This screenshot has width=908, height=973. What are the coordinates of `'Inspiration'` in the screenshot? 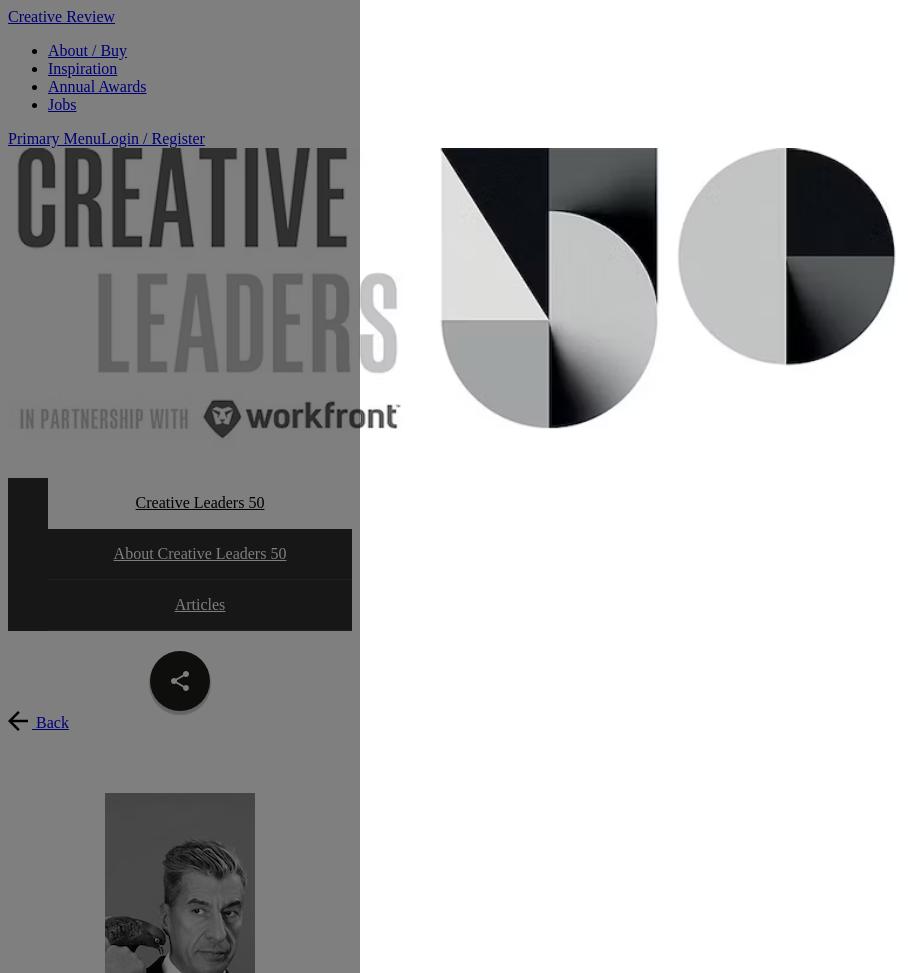 It's located at (81, 68).